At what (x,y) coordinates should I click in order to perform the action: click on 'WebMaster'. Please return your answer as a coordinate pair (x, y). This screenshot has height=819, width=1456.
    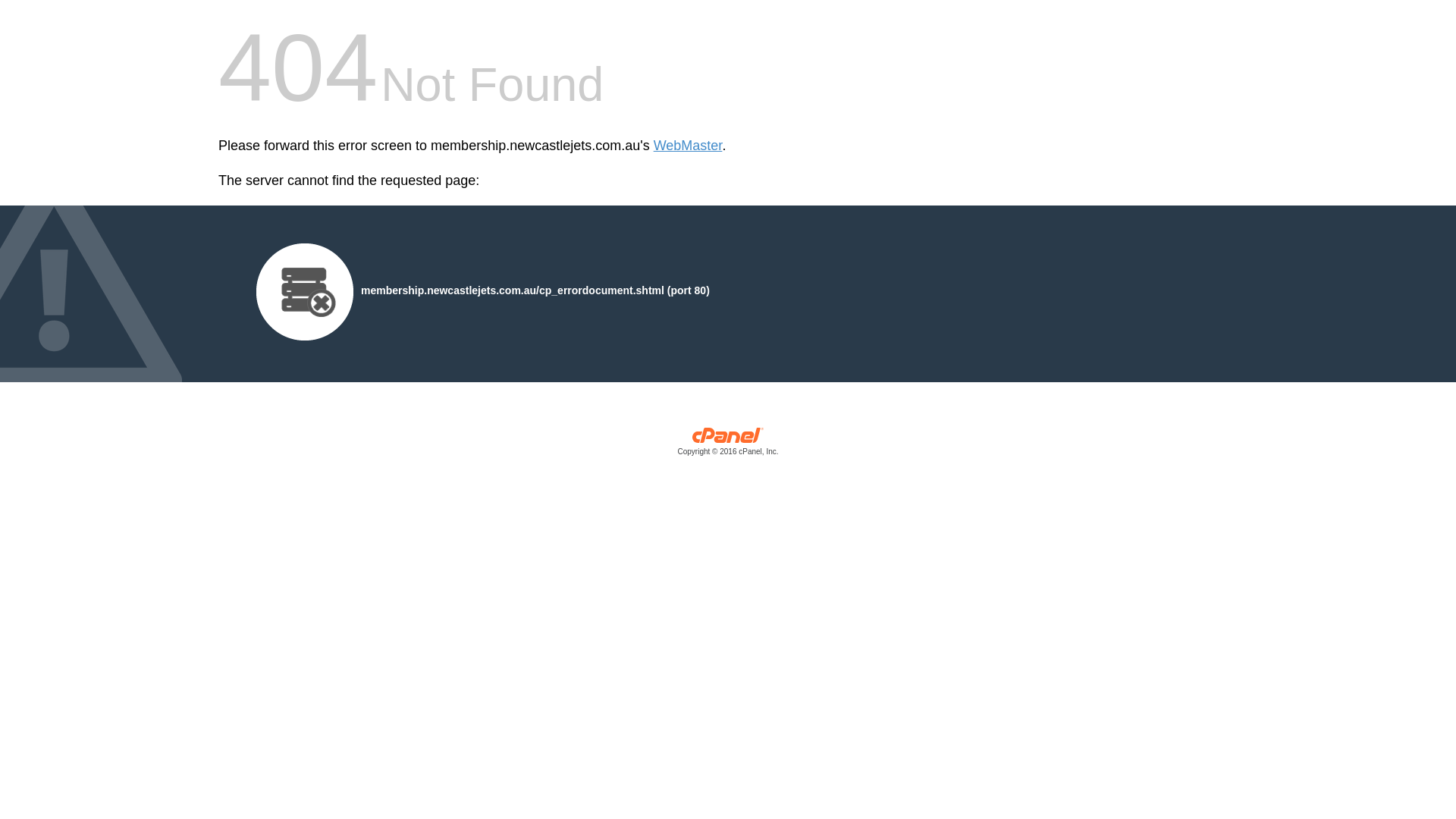
    Looking at the image, I should click on (687, 146).